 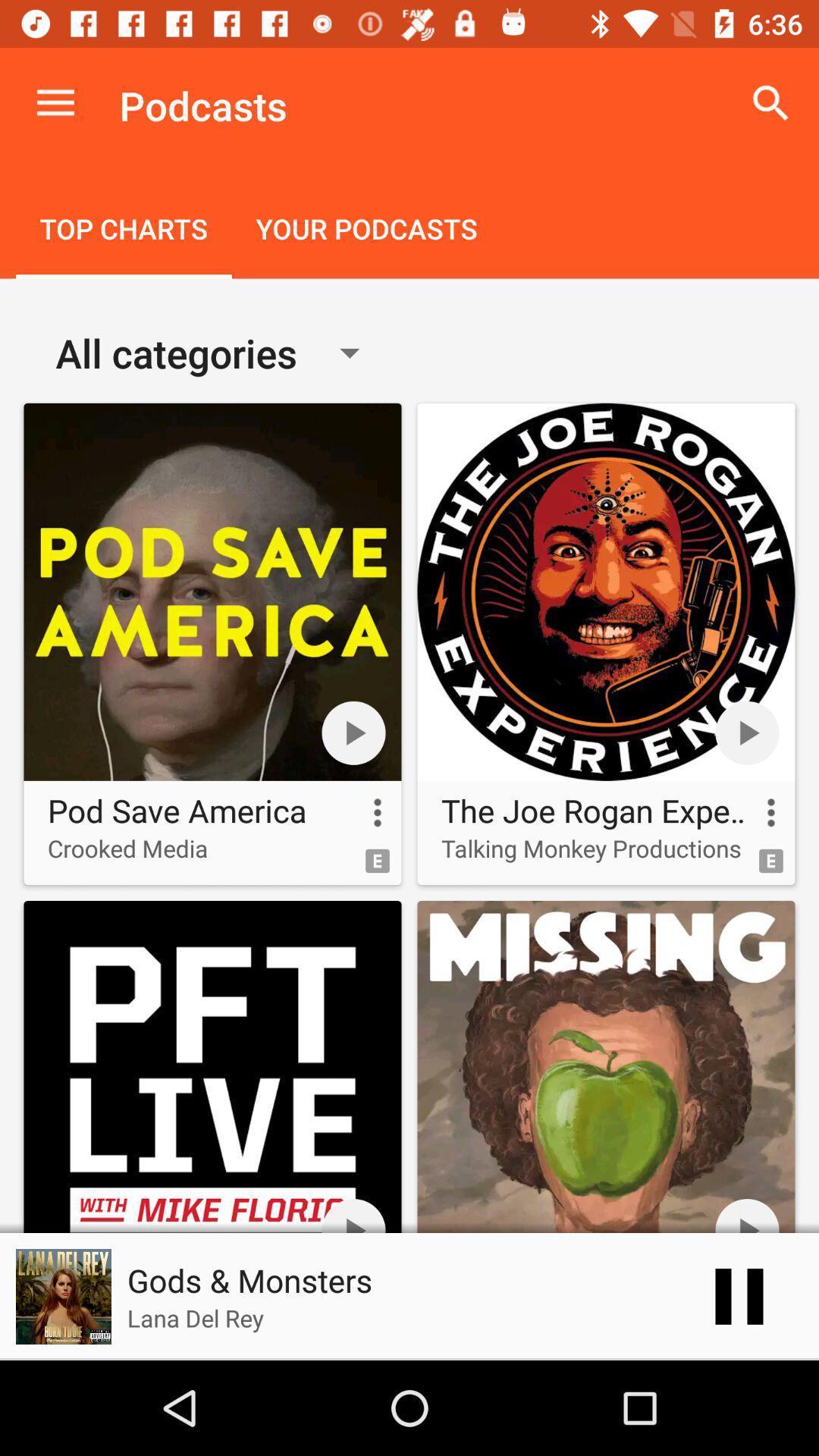 What do you see at coordinates (771, 102) in the screenshot?
I see `item at the top right corner` at bounding box center [771, 102].